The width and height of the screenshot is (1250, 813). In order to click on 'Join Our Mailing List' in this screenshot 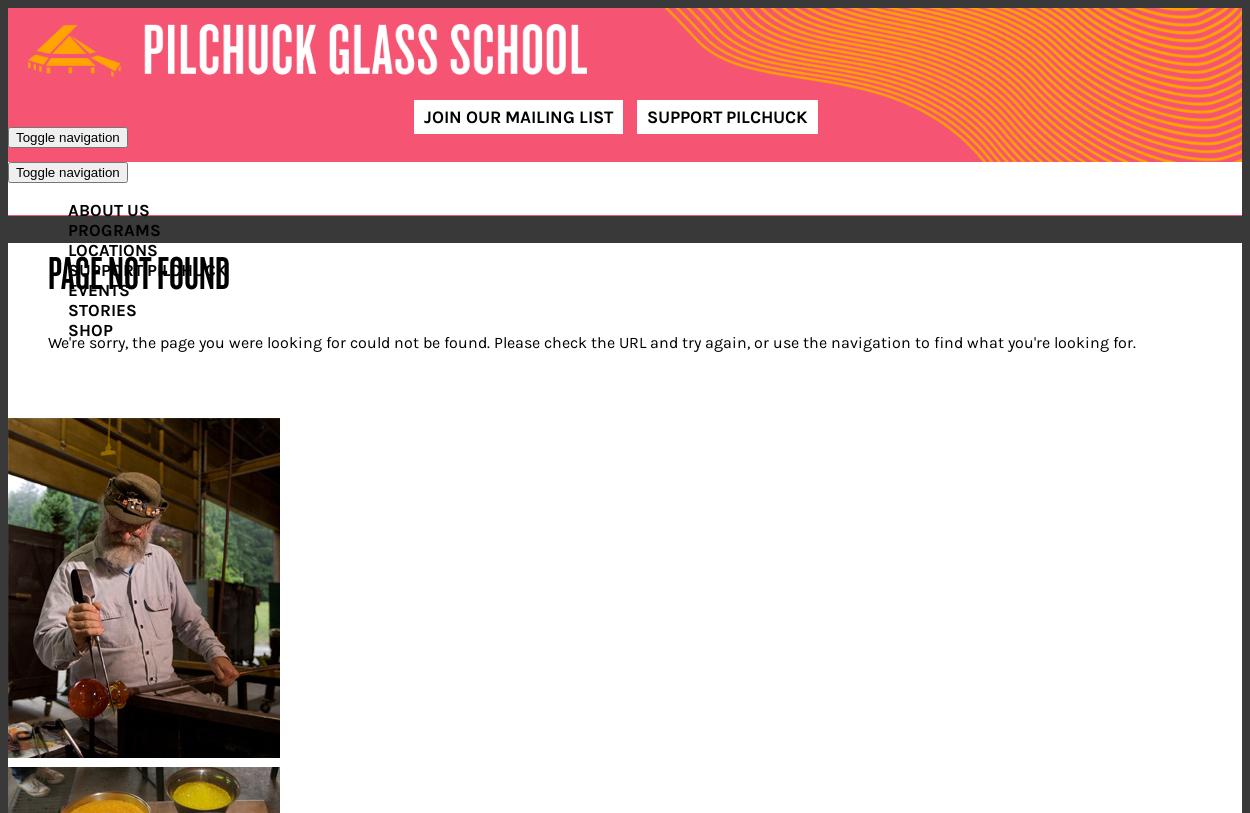, I will do `click(518, 115)`.